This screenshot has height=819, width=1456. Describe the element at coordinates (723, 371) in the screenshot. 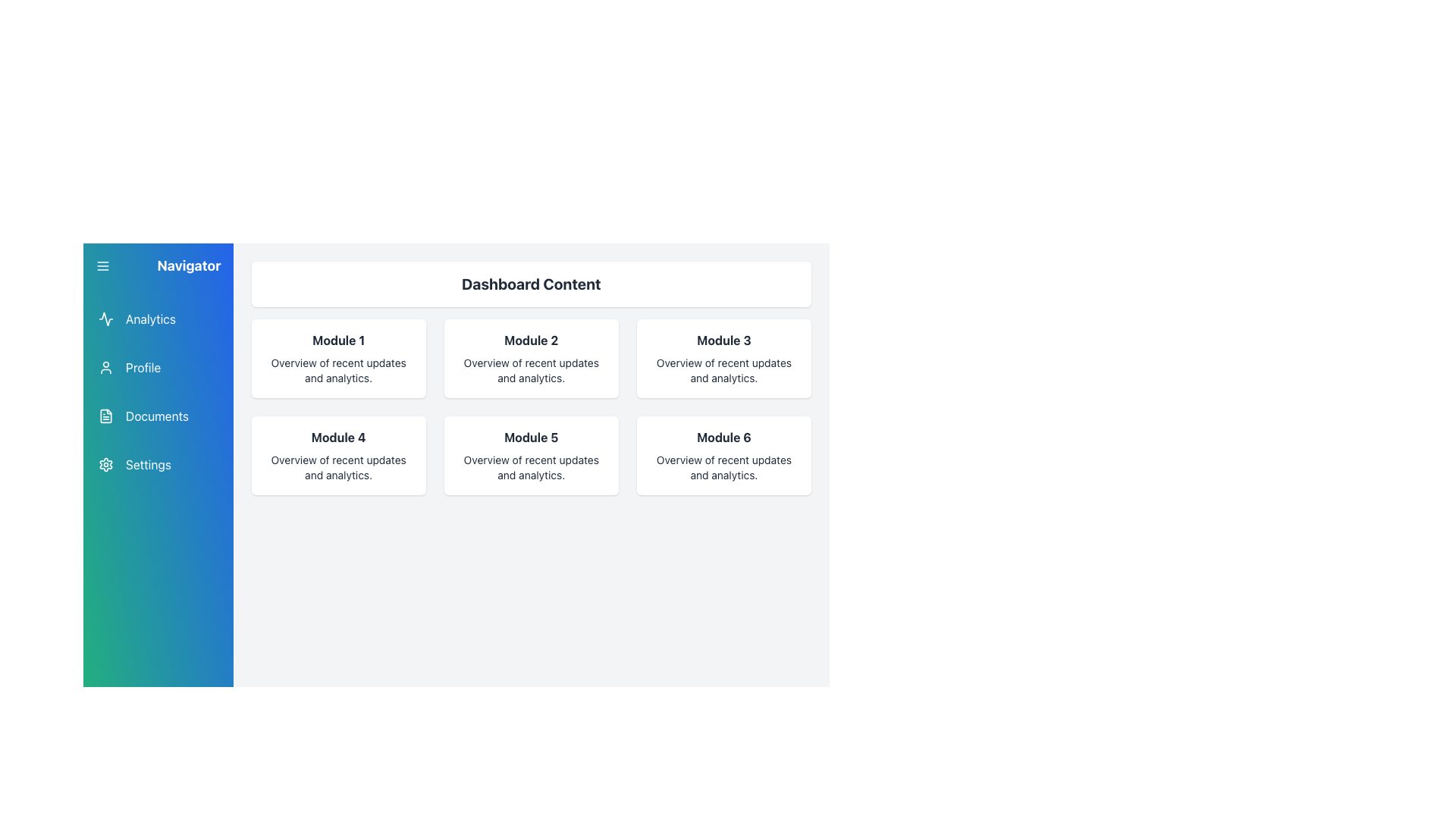

I see `the descriptive Text Label located below the bold header titled 'Module 3' in the top-right quadrant of the grid layout` at that location.